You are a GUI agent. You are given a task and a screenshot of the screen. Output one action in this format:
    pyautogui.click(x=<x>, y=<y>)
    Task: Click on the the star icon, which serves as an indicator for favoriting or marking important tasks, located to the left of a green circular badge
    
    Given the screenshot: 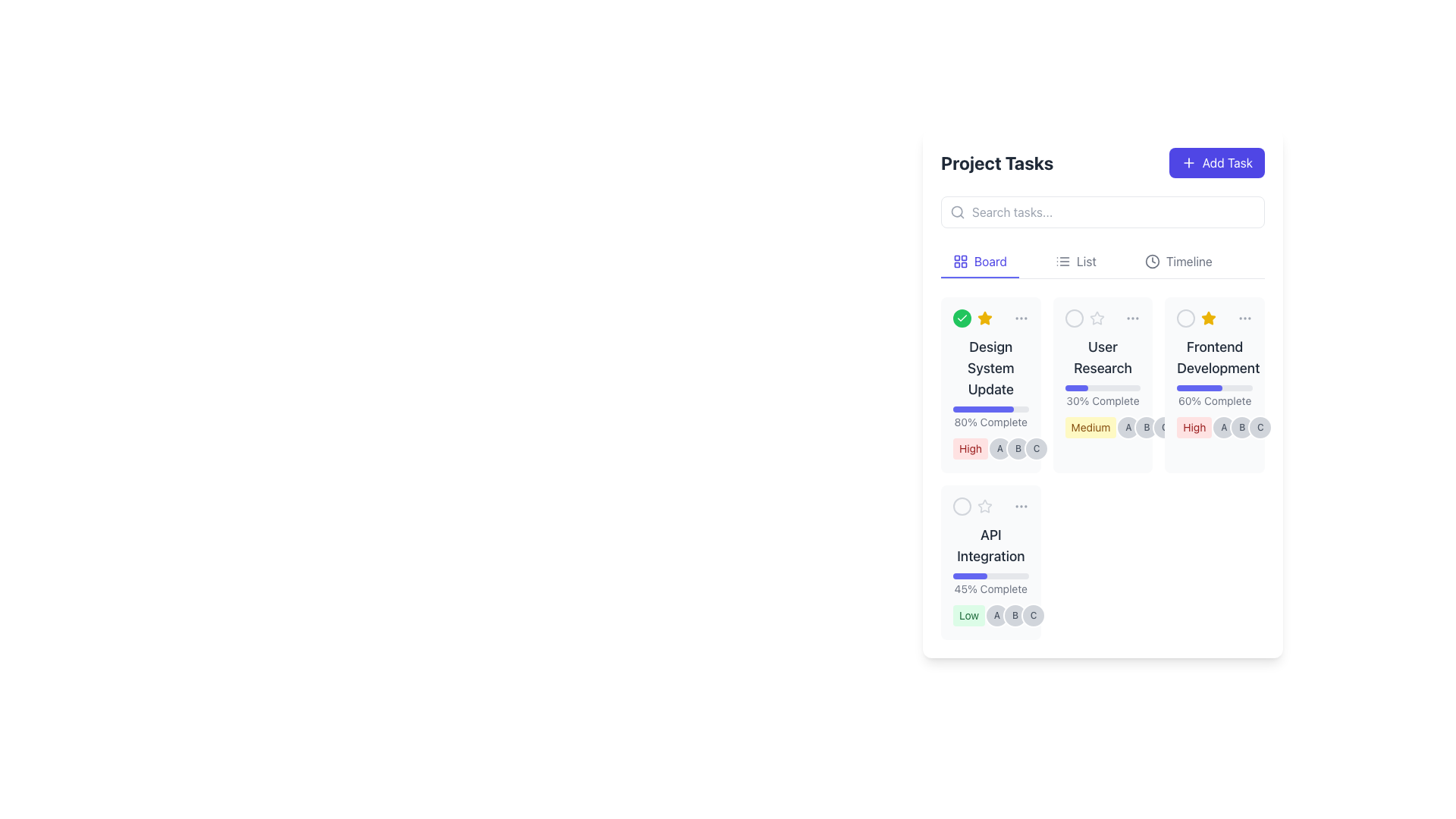 What is the action you would take?
    pyautogui.click(x=985, y=318)
    